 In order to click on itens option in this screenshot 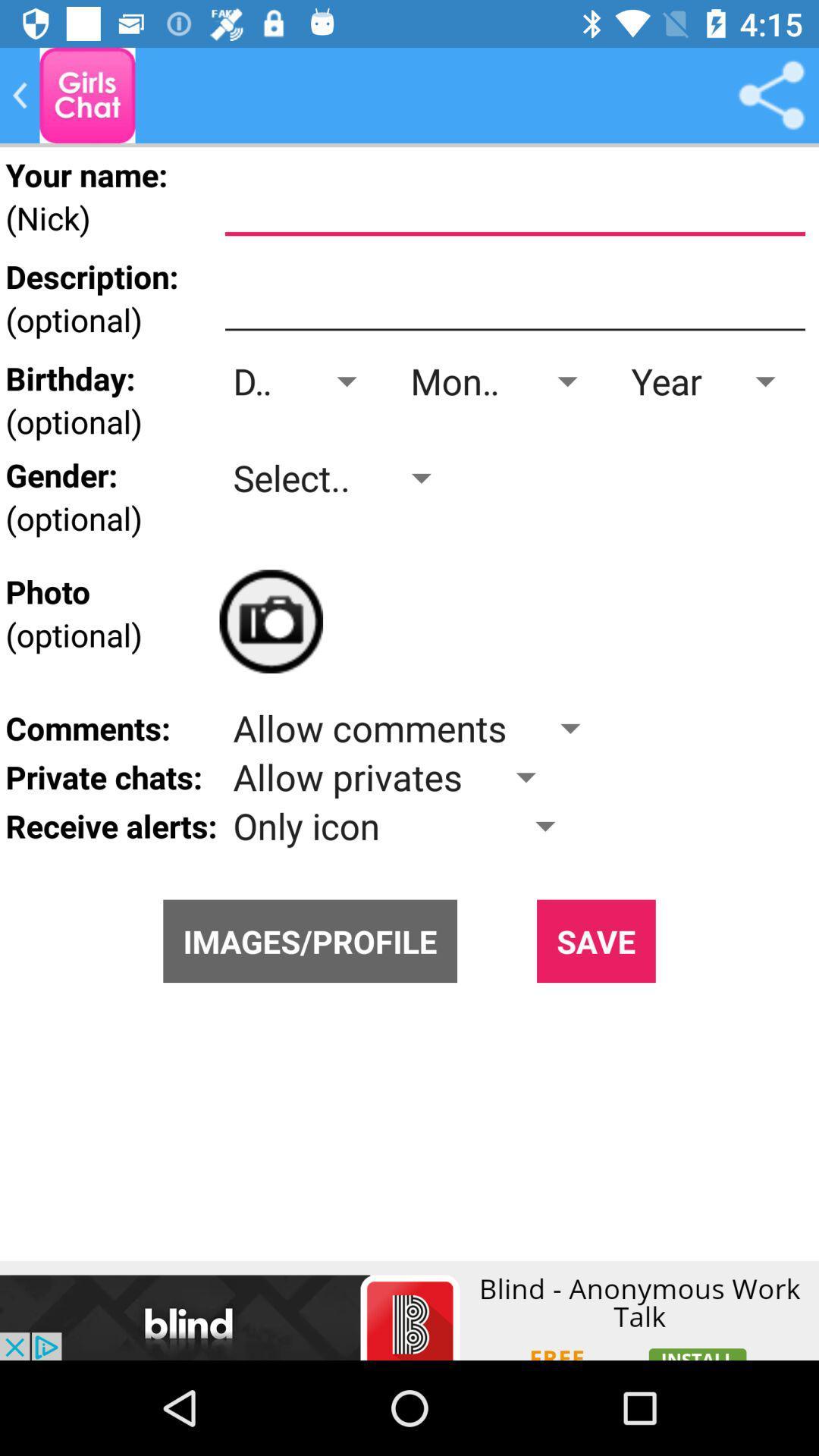, I will do `click(771, 94)`.